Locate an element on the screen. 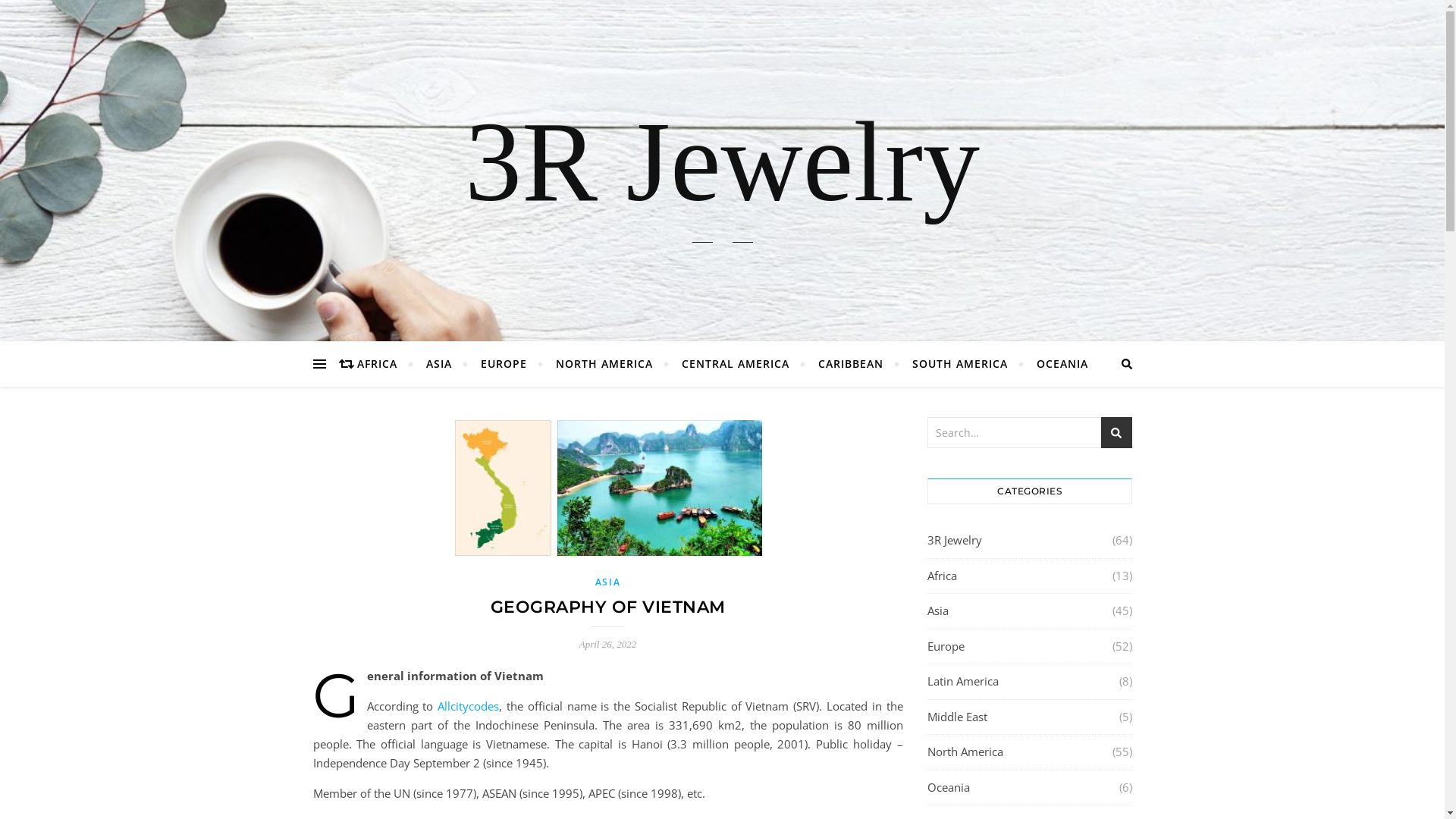 The image size is (1456, 819). 'Middle East' is located at coordinates (955, 717).